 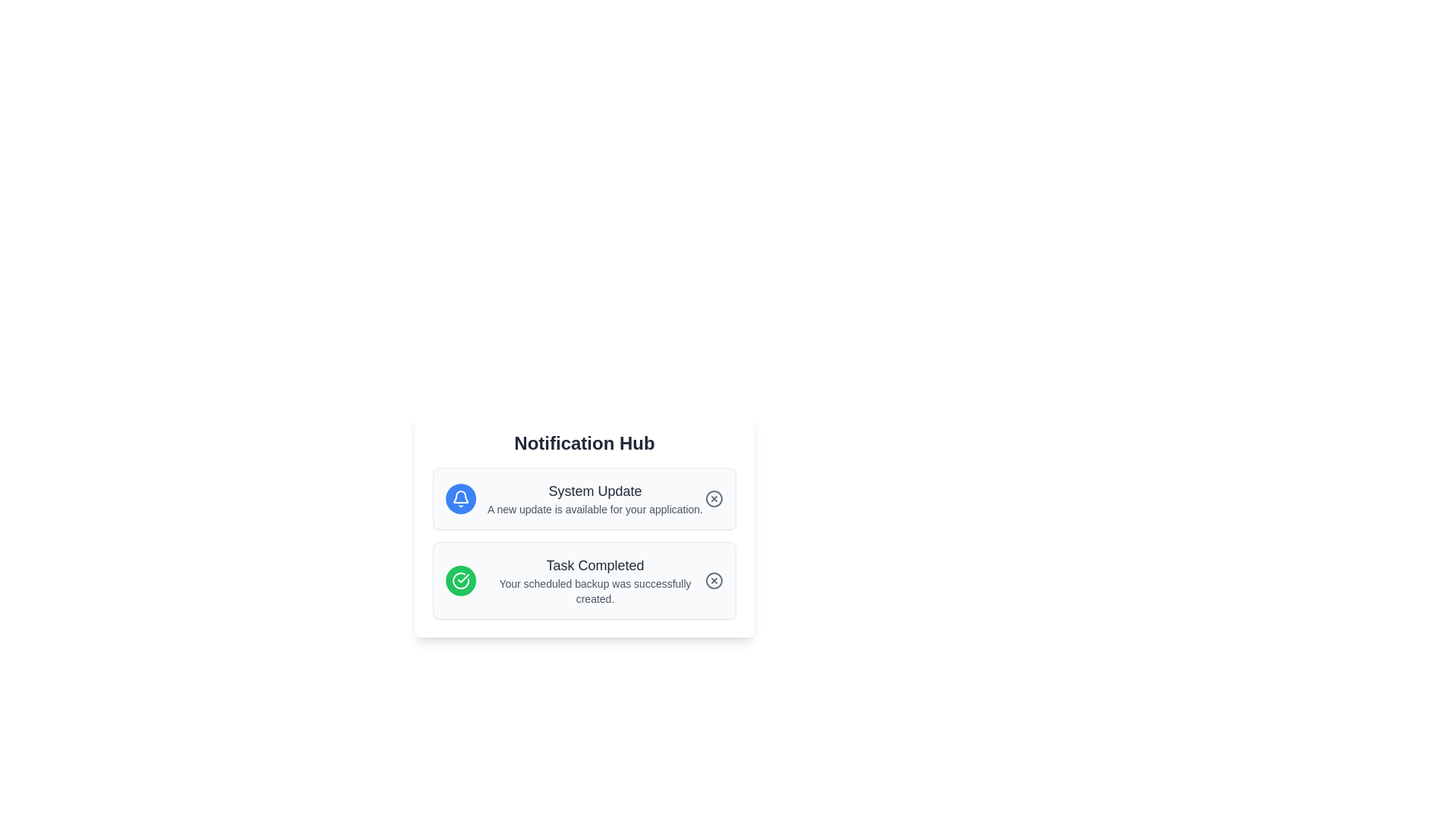 What do you see at coordinates (595, 590) in the screenshot?
I see `text label displaying 'Your scheduled backup was successfully created.' located beneath the 'Task Completed' headline in the notification card` at bounding box center [595, 590].